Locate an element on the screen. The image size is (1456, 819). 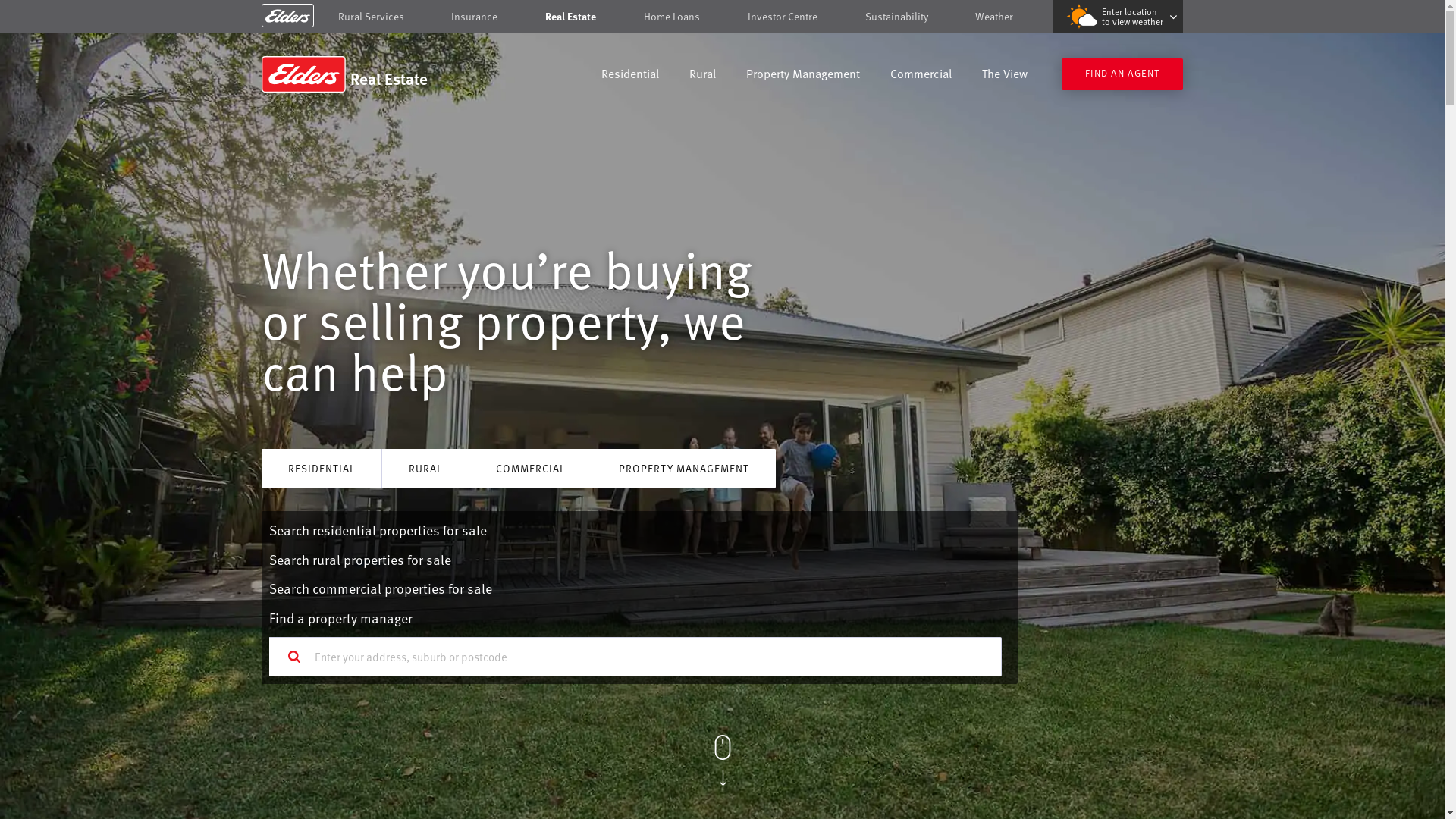
'FIND AN AGENT' is located at coordinates (1122, 74).